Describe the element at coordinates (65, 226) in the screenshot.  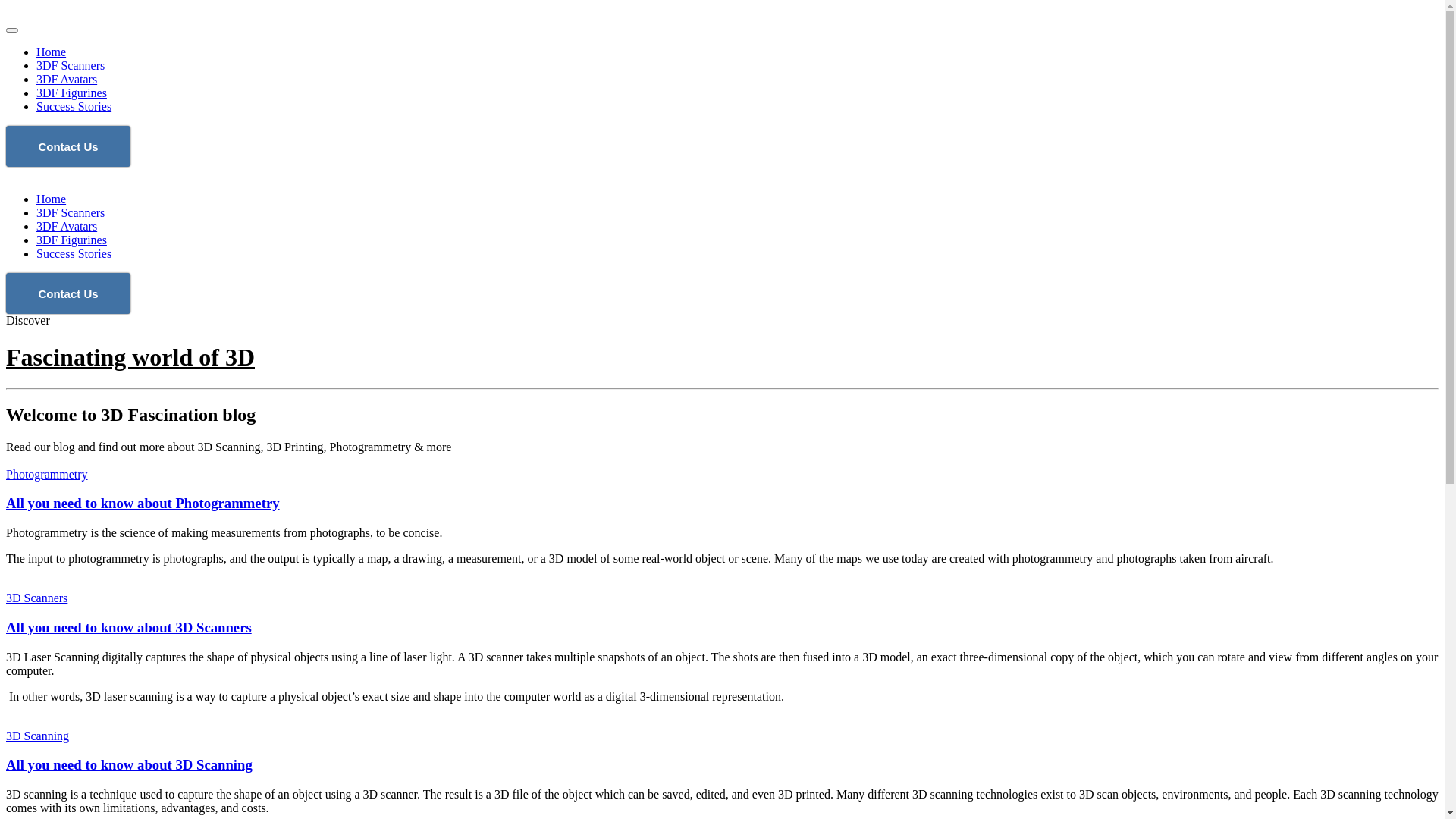
I see `'3DF Avatars'` at that location.